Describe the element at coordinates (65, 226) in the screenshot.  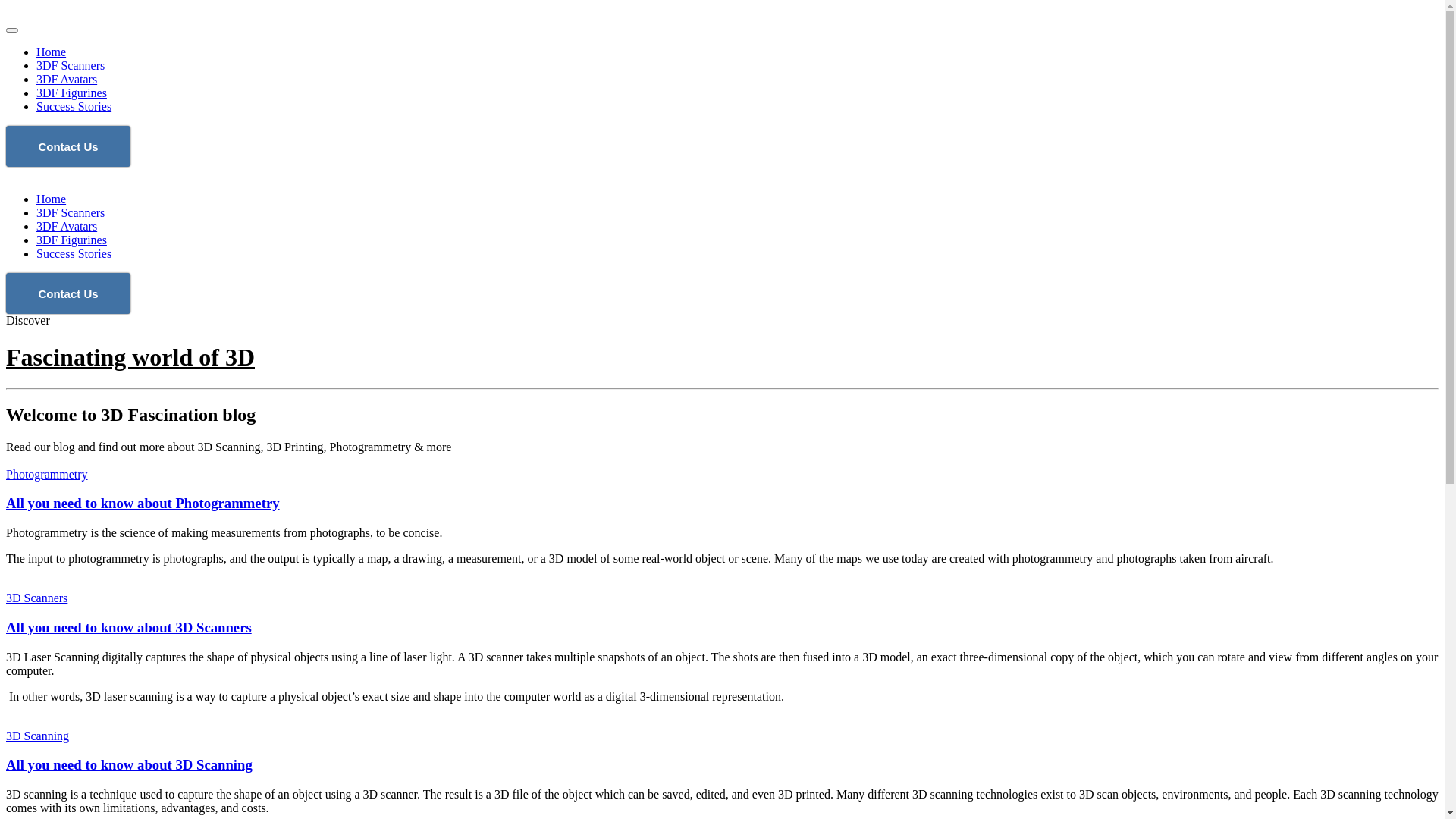
I see `'3DF Avatars'` at that location.